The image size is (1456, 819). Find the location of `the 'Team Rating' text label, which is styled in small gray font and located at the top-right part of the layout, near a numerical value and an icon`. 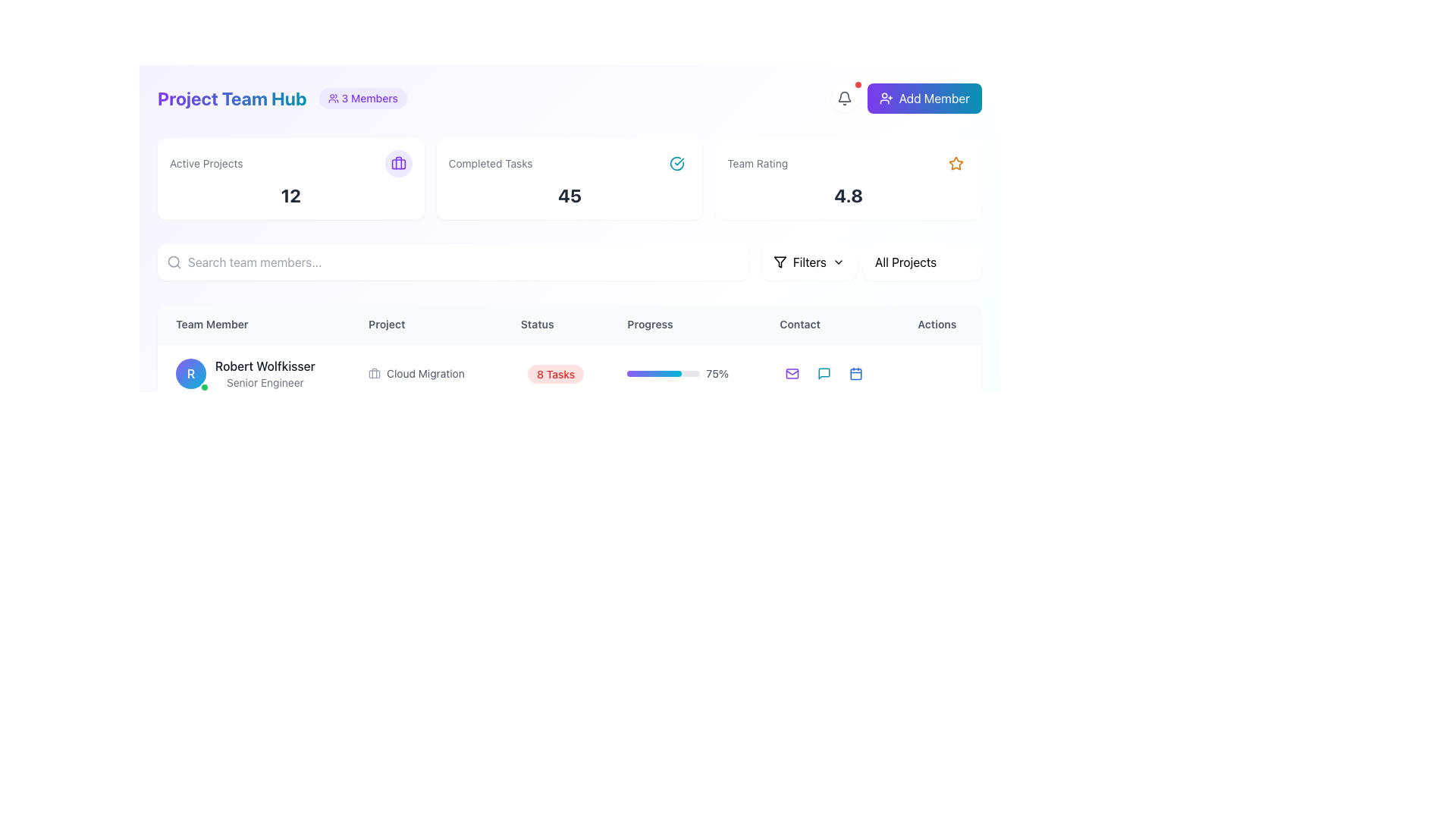

the 'Team Rating' text label, which is styled in small gray font and located at the top-right part of the layout, near a numerical value and an icon is located at coordinates (758, 164).